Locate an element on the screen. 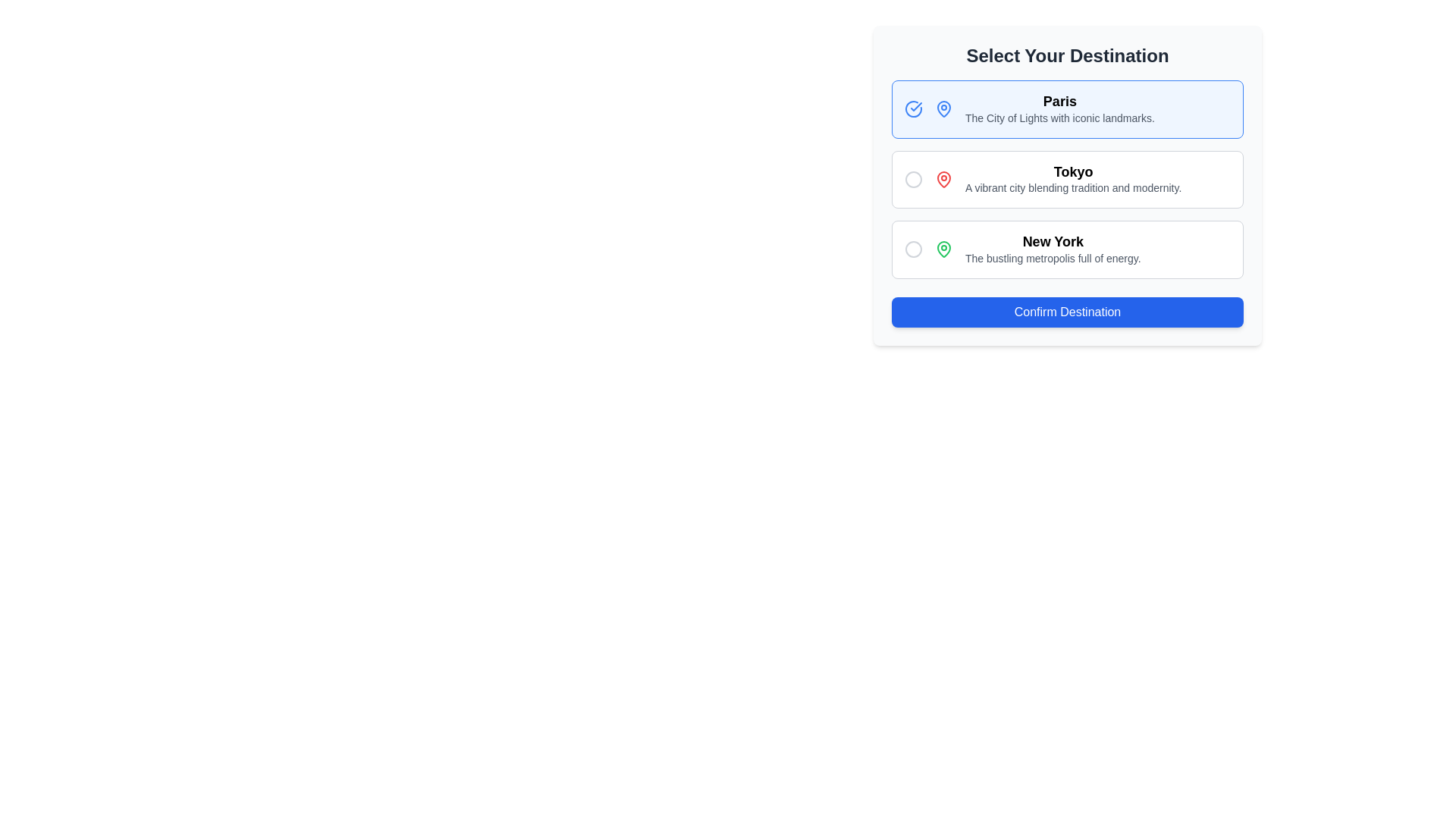 The image size is (1456, 819). the red outlined drop pin icon located next to the Tokyo selection radio button in the 'Select Your Destination' panel is located at coordinates (943, 177).